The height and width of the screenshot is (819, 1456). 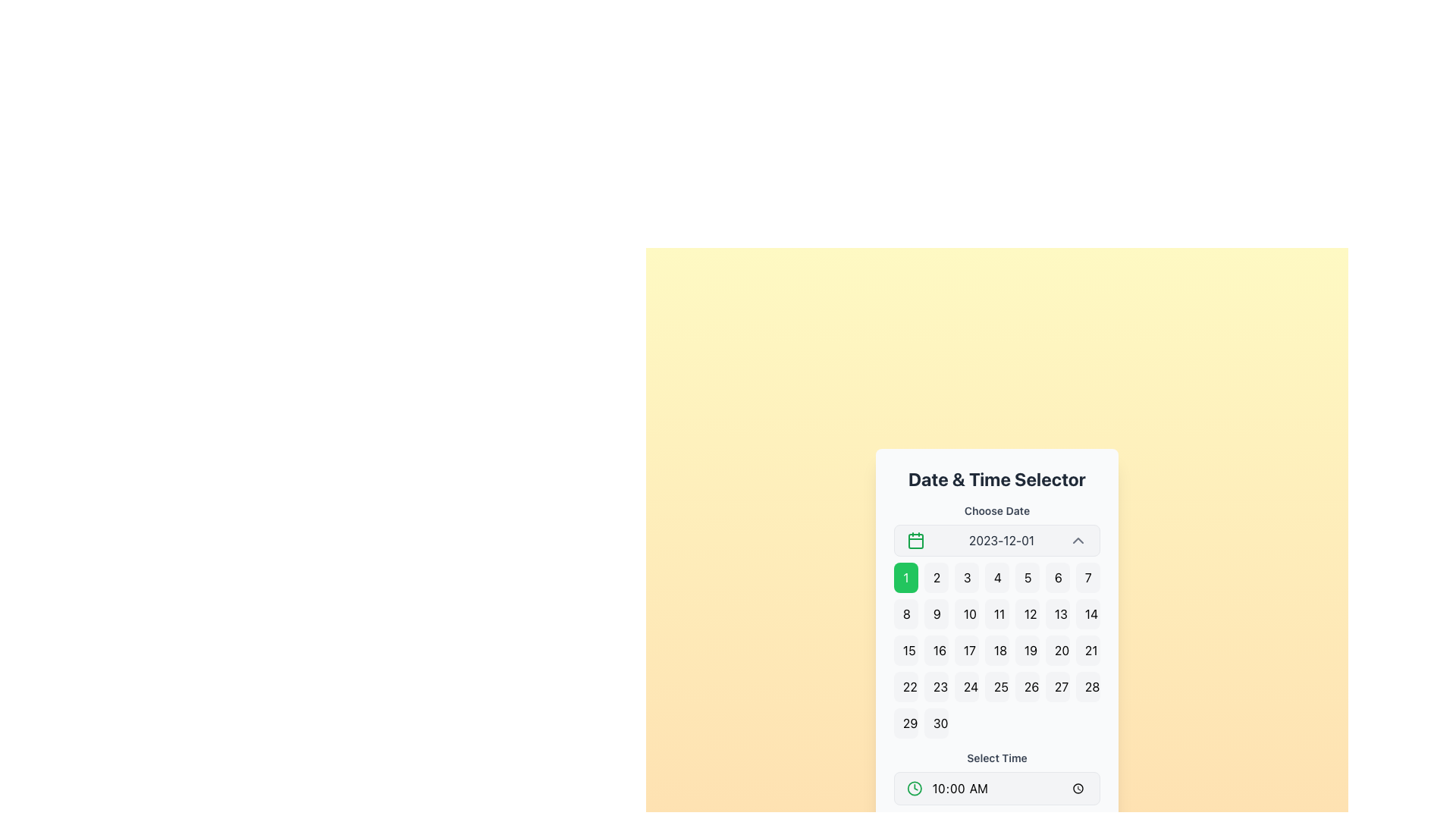 I want to click on the small rectangular button with rounded corners, labeled '3', located under the 'Choose Date' section of the 'Date & Time Selector', so click(x=966, y=578).